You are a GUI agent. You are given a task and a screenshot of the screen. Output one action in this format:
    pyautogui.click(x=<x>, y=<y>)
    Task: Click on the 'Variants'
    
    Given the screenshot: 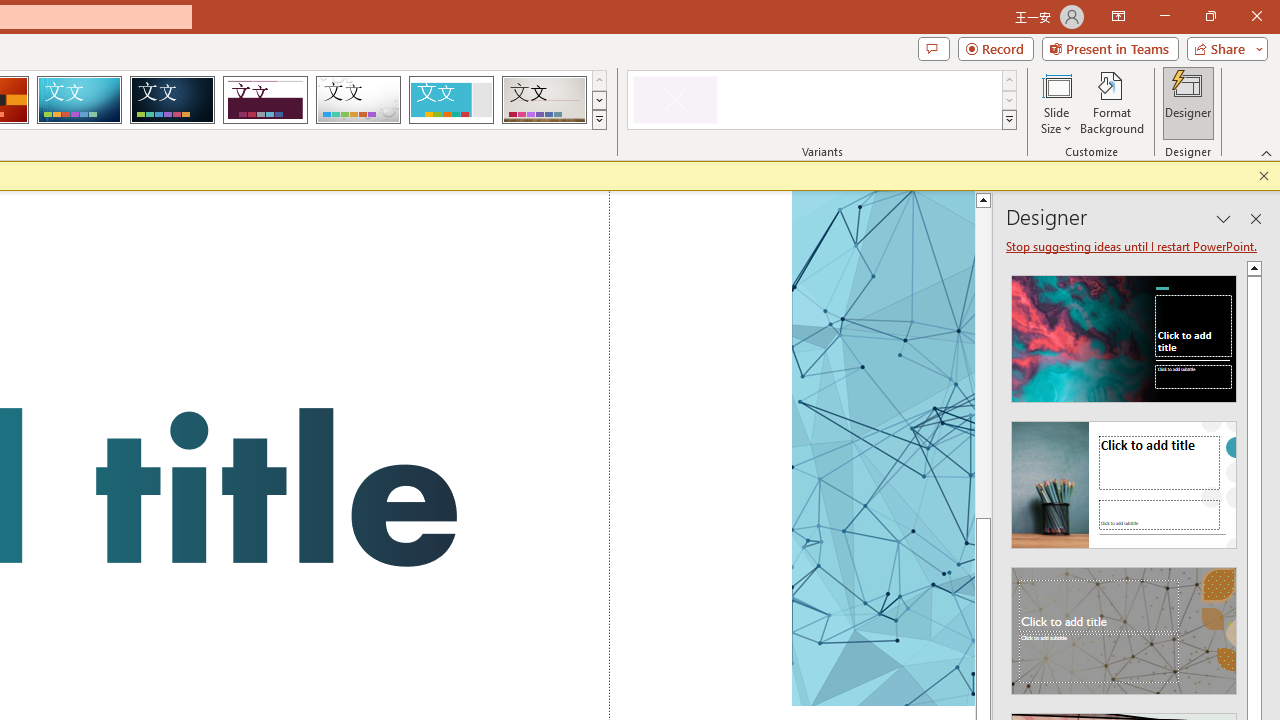 What is the action you would take?
    pyautogui.click(x=1009, y=120)
    